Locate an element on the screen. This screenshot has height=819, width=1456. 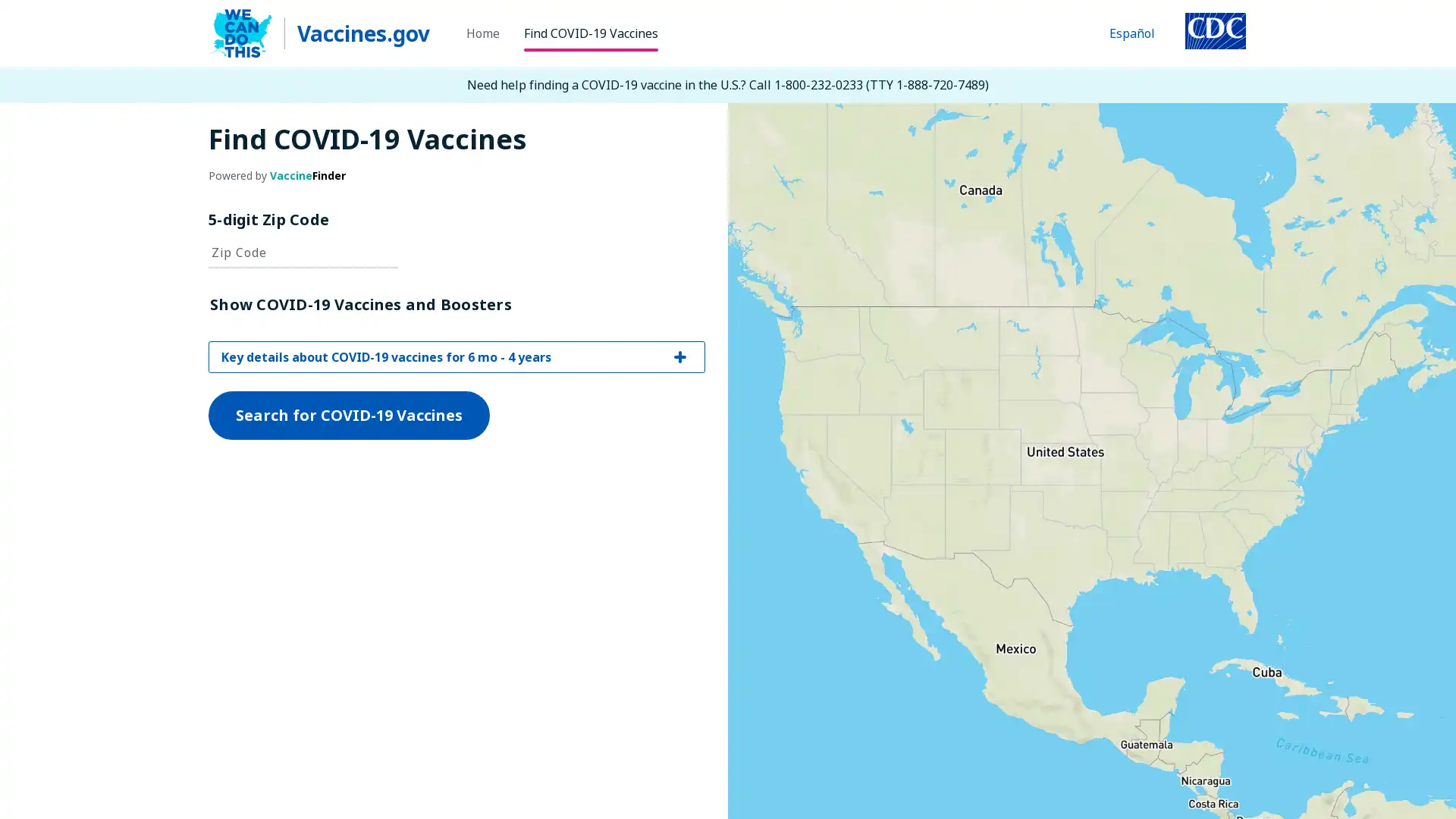
Key details about COVID-19 vaccines for 6 mo - 4 years is located at coordinates (456, 514).